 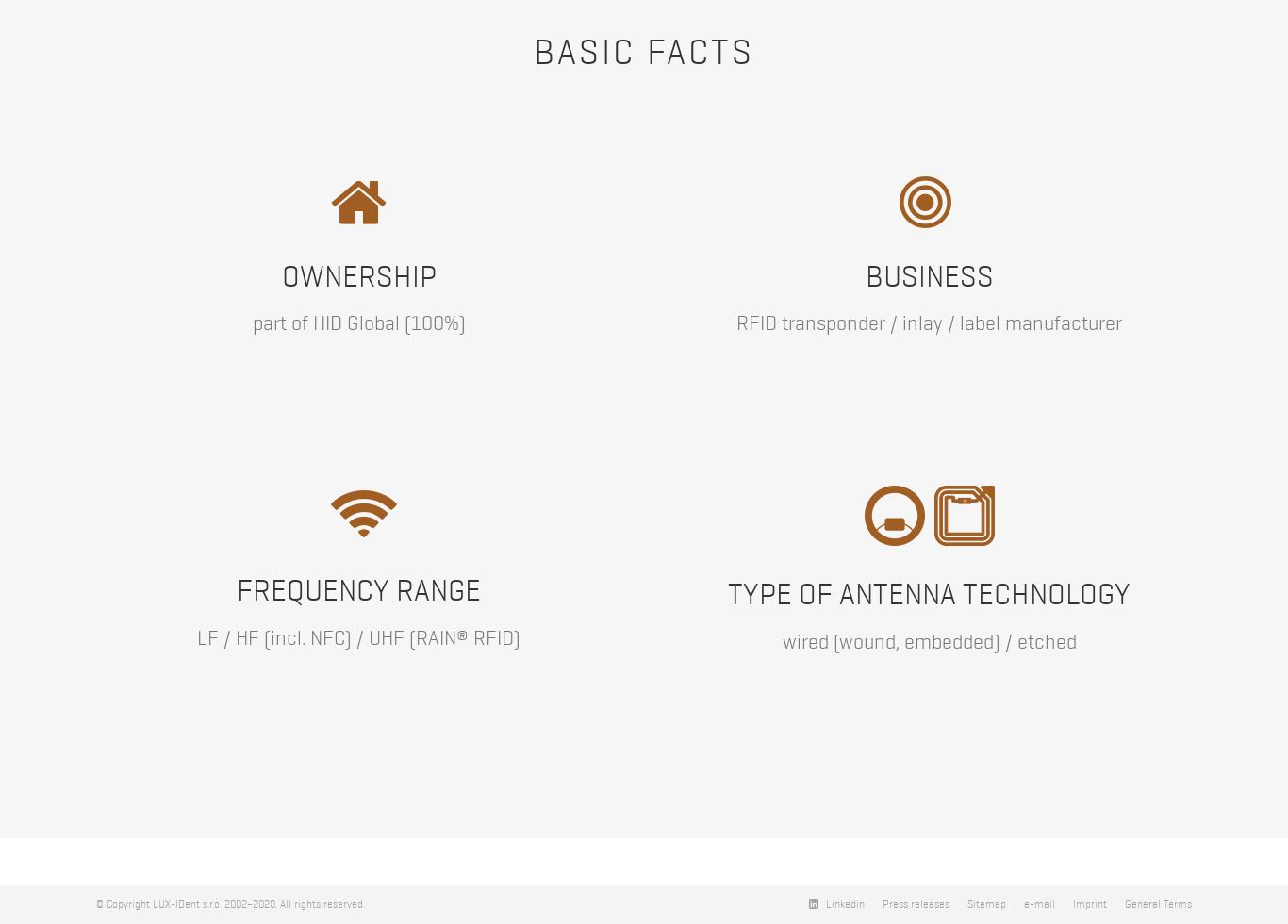 I want to click on 'Imprint', so click(x=1090, y=904).